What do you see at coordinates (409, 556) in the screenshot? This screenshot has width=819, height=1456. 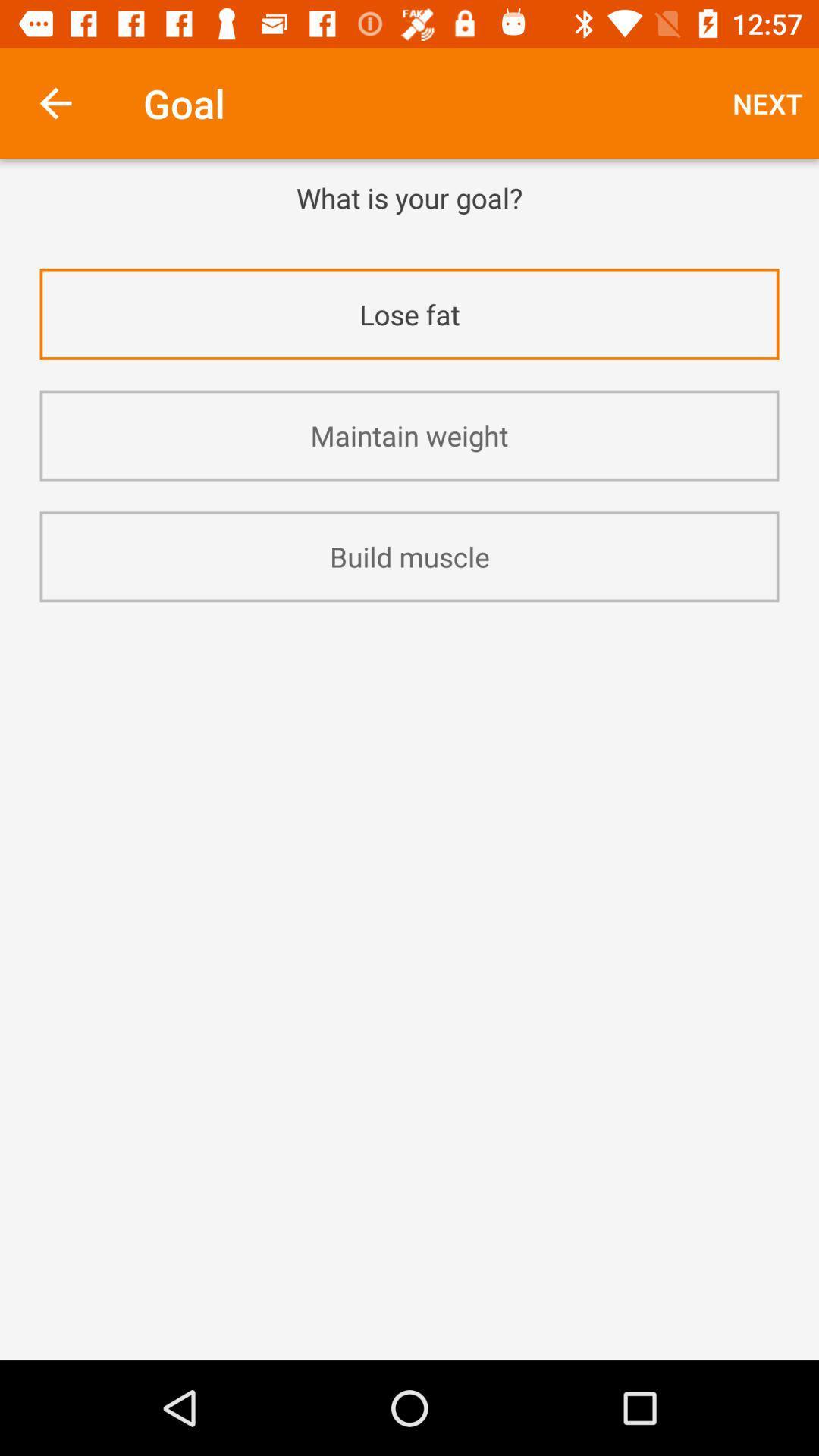 I see `build muscle icon` at bounding box center [409, 556].